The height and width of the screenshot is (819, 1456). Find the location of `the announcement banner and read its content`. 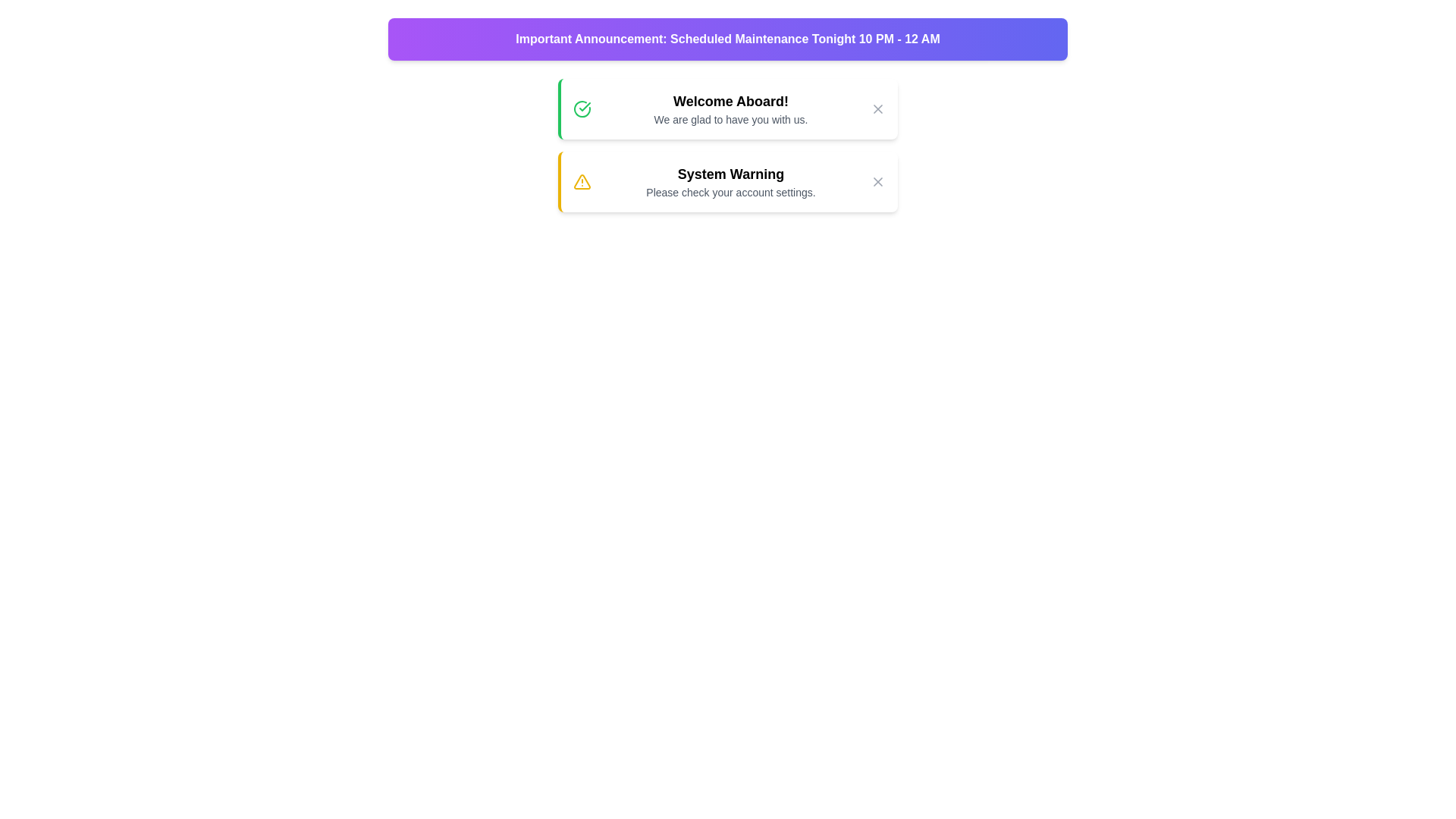

the announcement banner and read its content is located at coordinates (728, 38).